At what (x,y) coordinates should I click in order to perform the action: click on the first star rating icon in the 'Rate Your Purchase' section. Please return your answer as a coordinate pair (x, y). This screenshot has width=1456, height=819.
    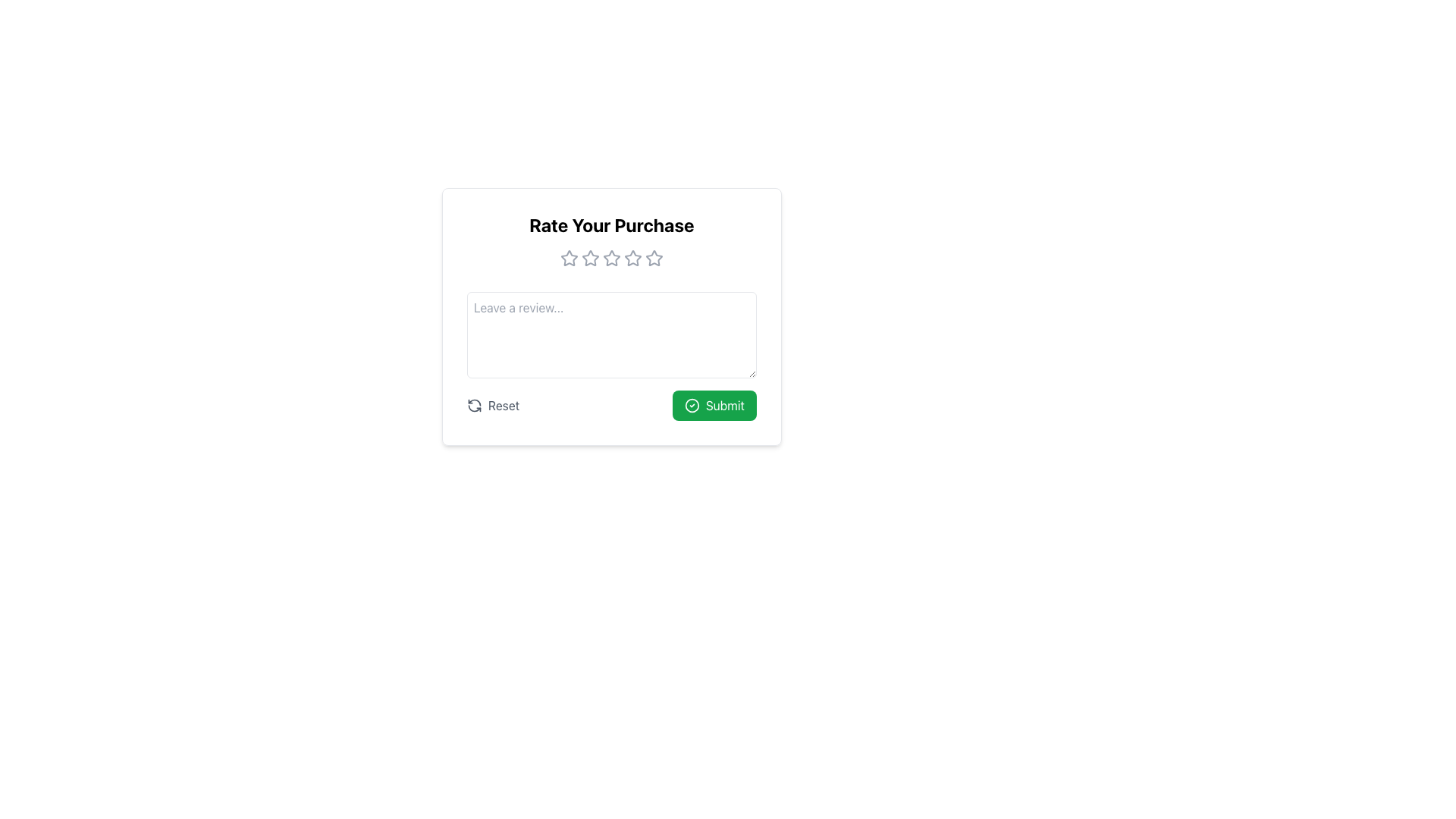
    Looking at the image, I should click on (568, 257).